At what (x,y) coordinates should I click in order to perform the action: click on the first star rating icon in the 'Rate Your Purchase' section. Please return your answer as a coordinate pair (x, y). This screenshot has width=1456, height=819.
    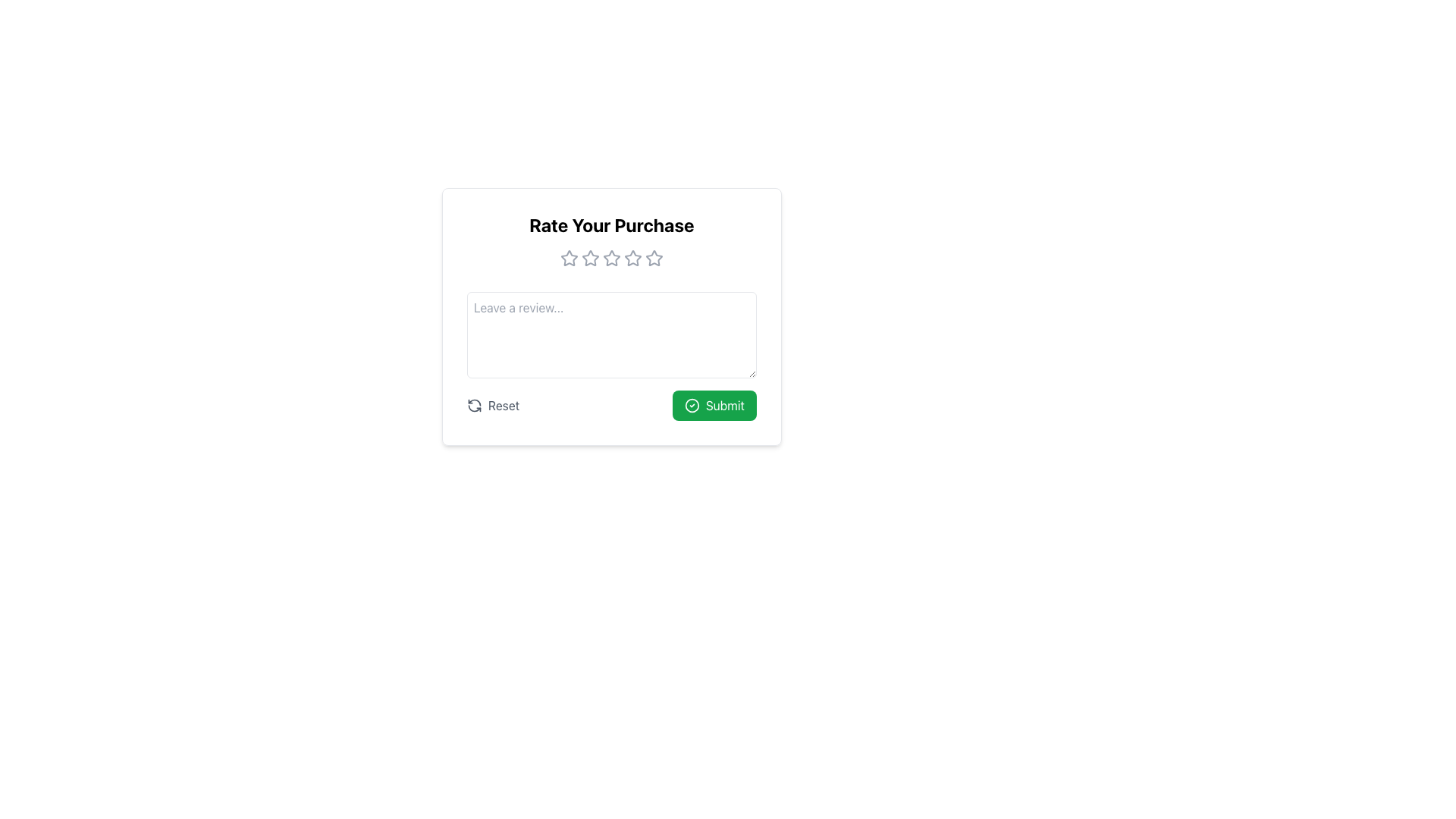
    Looking at the image, I should click on (568, 257).